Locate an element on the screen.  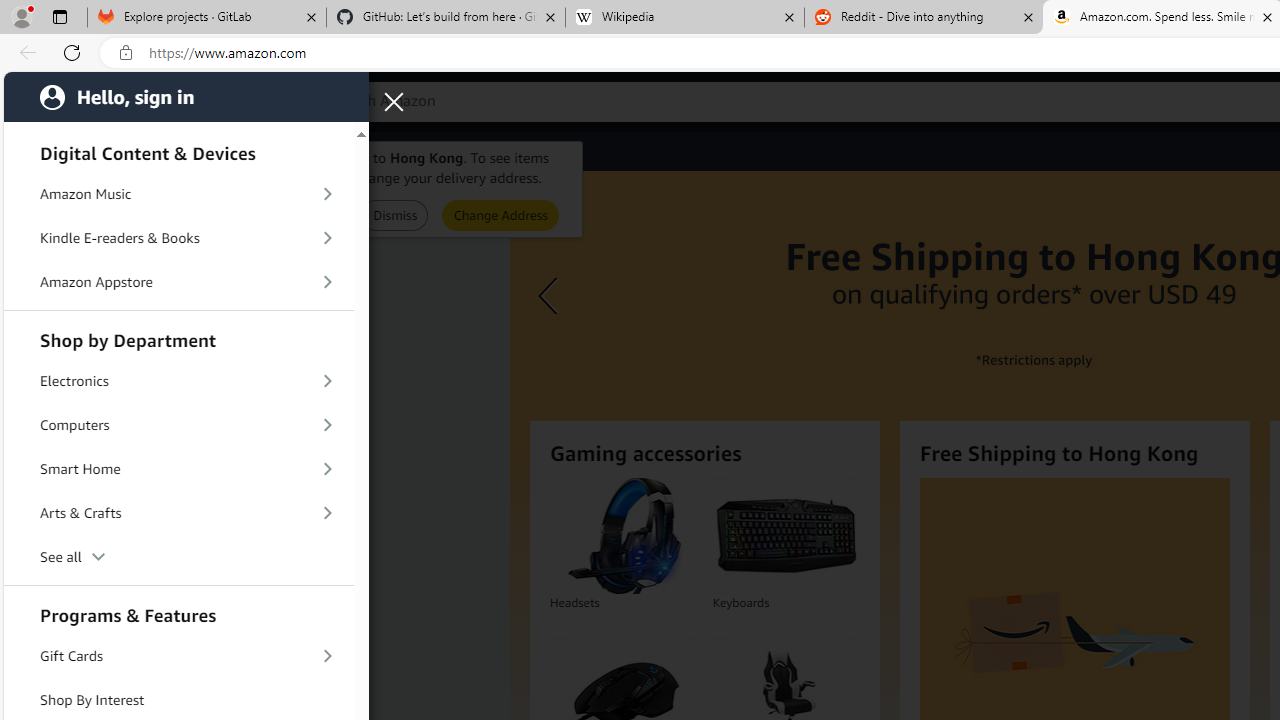
'Wikipedia' is located at coordinates (684, 17).